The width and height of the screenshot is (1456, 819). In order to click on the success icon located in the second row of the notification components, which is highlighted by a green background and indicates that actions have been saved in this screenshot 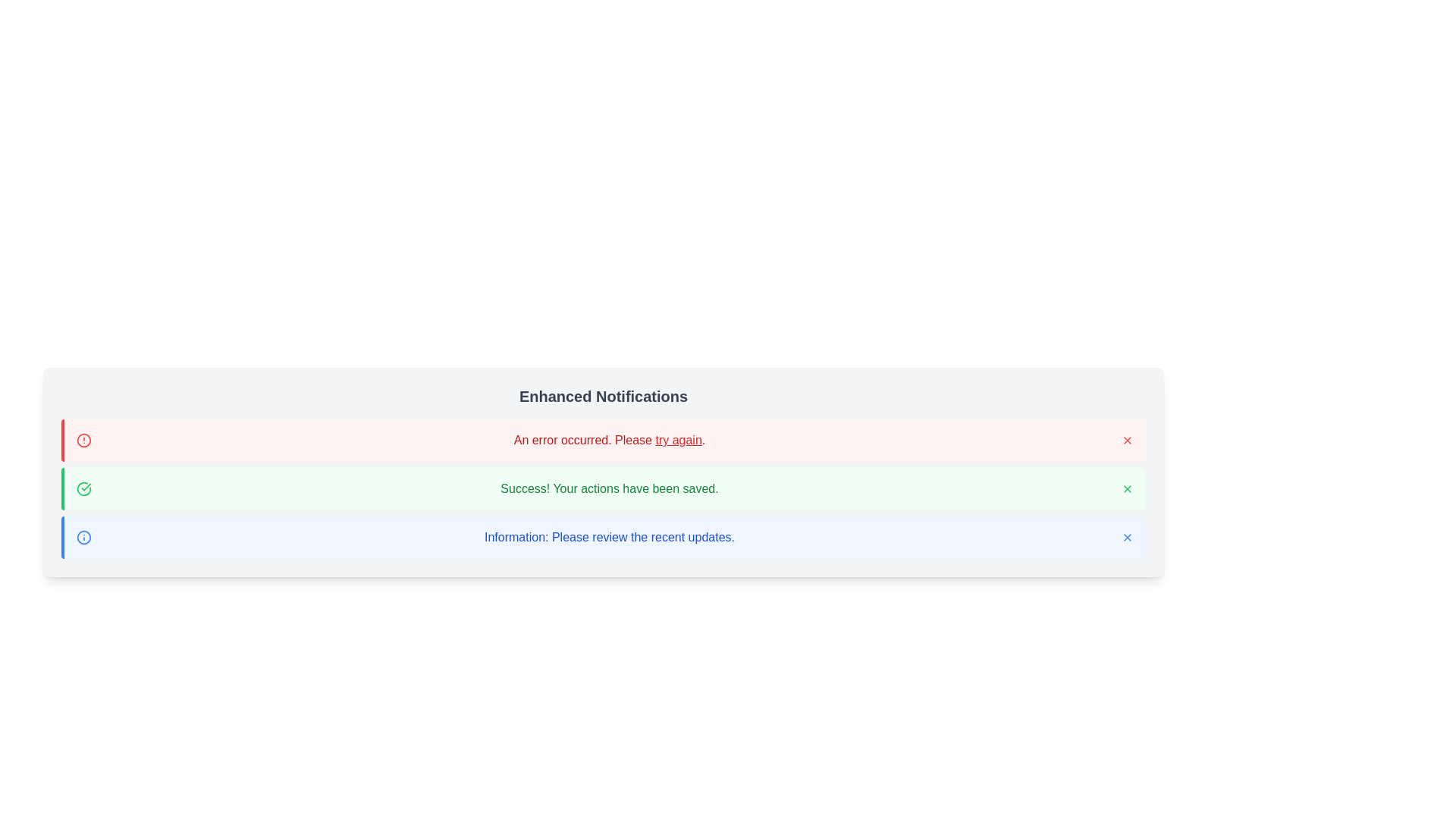, I will do `click(83, 488)`.